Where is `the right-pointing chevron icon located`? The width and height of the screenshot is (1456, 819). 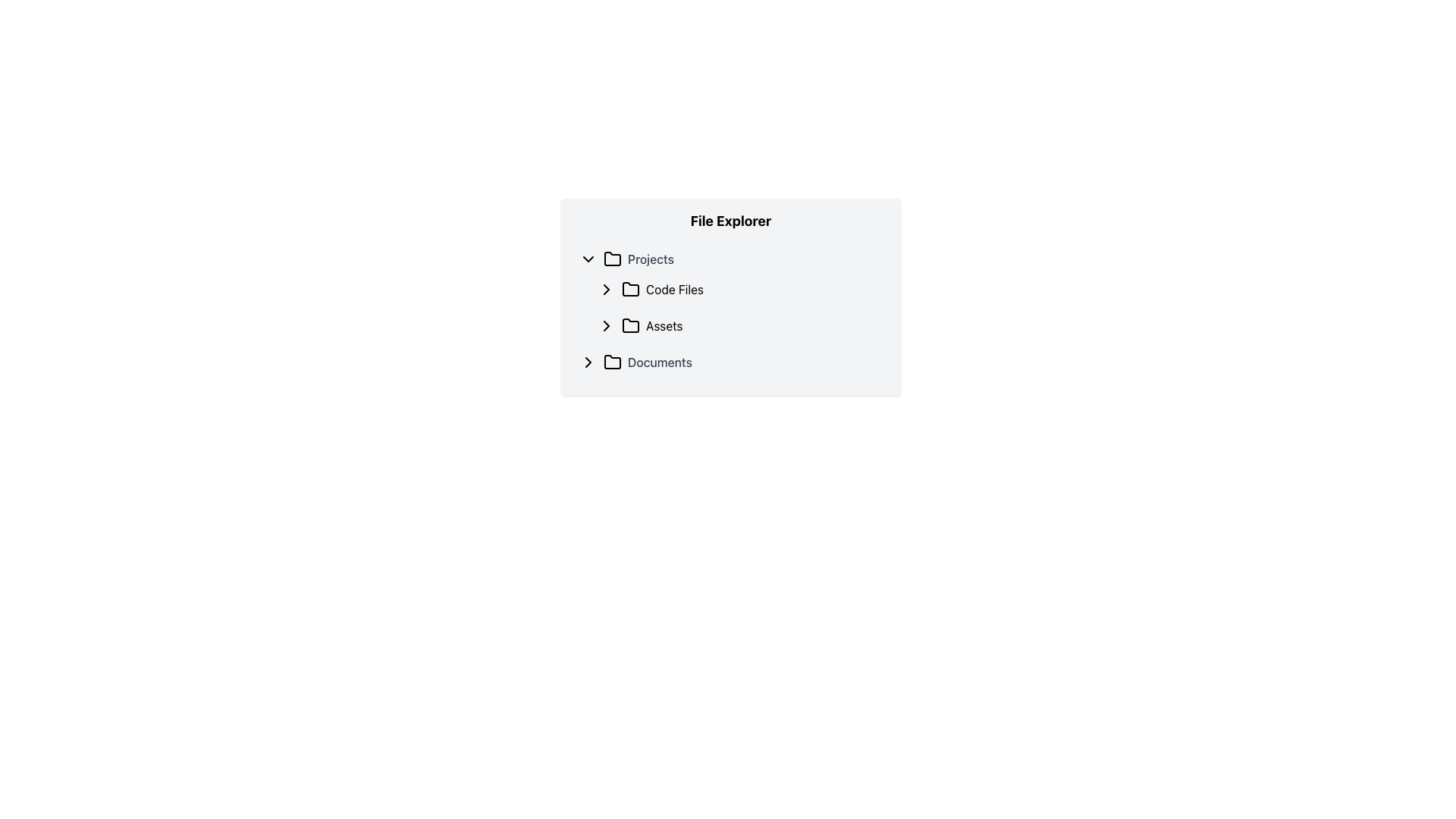
the right-pointing chevron icon located is located at coordinates (607, 289).